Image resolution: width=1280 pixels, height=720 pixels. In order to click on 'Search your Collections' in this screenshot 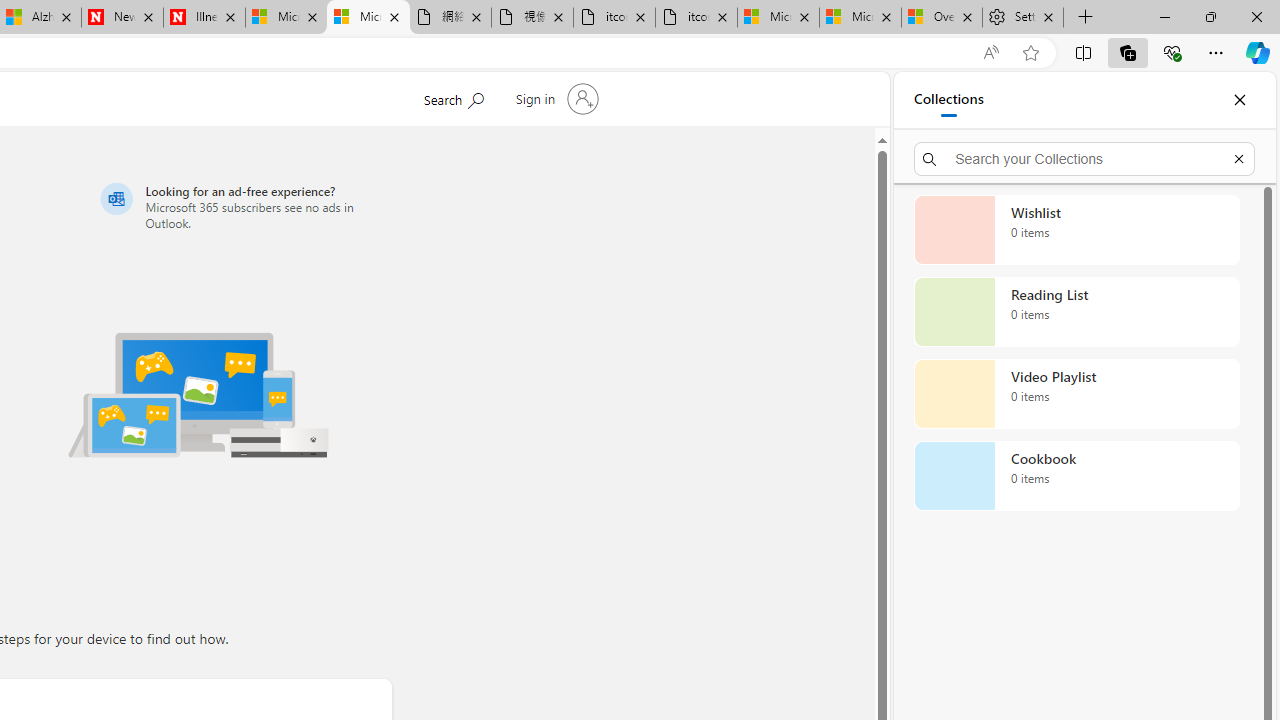, I will do `click(1083, 158)`.